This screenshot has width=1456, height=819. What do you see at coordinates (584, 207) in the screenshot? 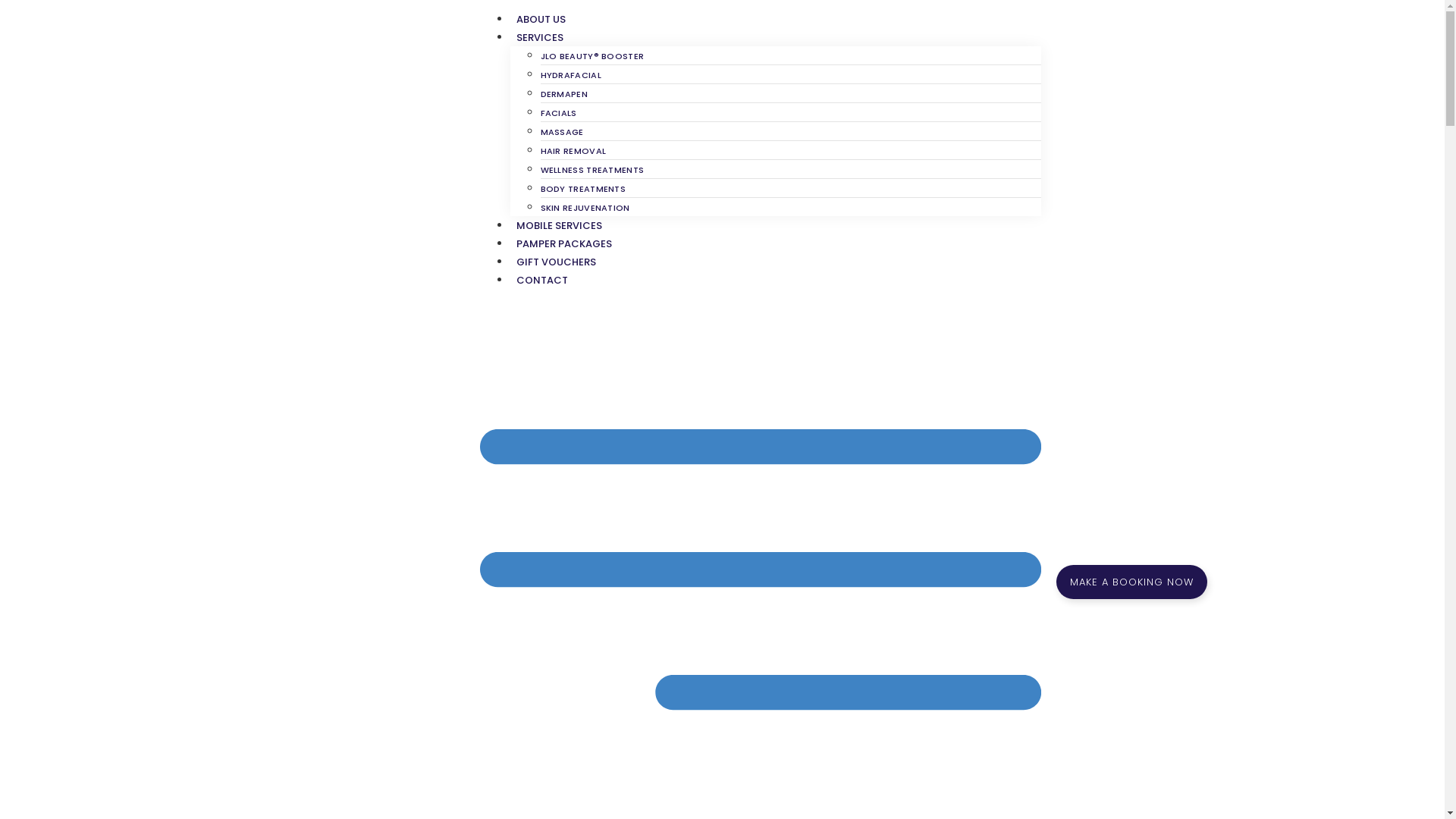
I see `'SKIN REJUVENATION'` at bounding box center [584, 207].